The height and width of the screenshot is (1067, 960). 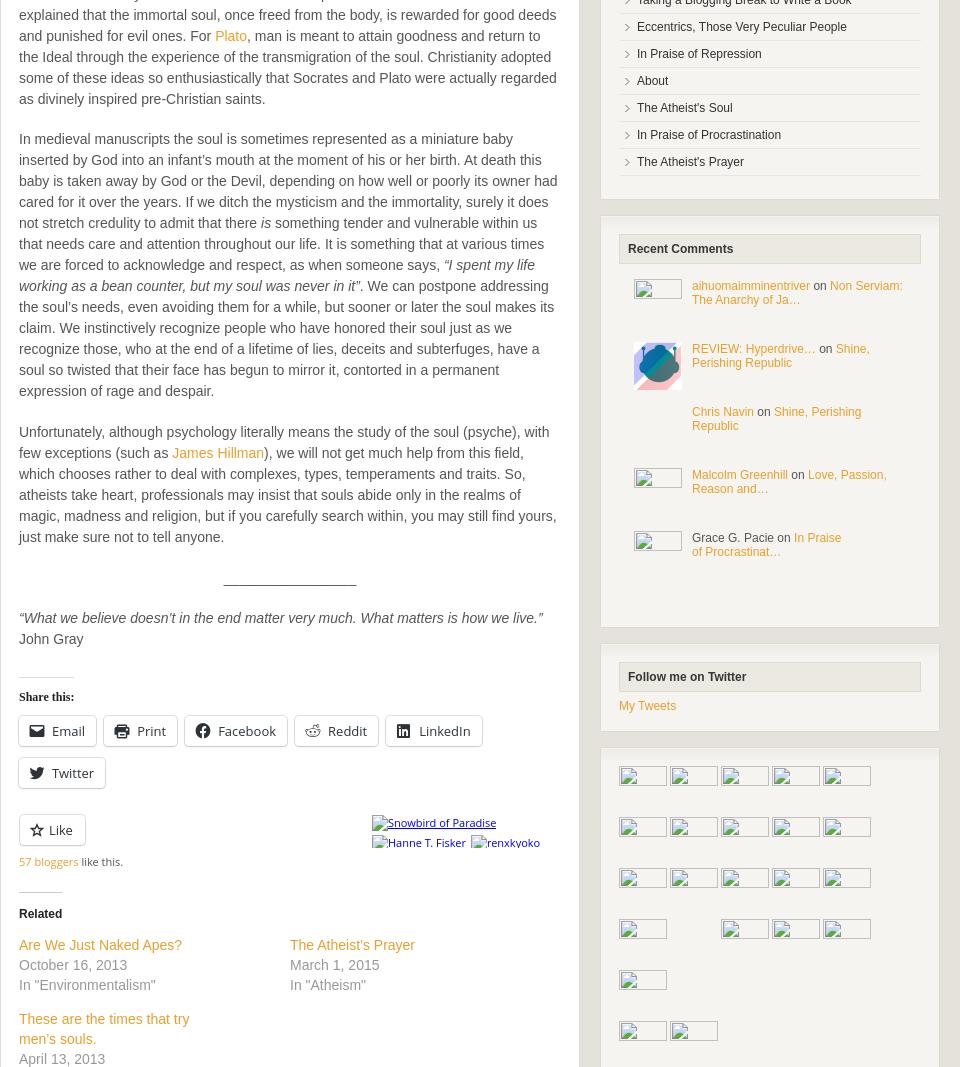 What do you see at coordinates (275, 275) in the screenshot?
I see `'“I spent my life working as a bean counter, but my soul was never in it”'` at bounding box center [275, 275].